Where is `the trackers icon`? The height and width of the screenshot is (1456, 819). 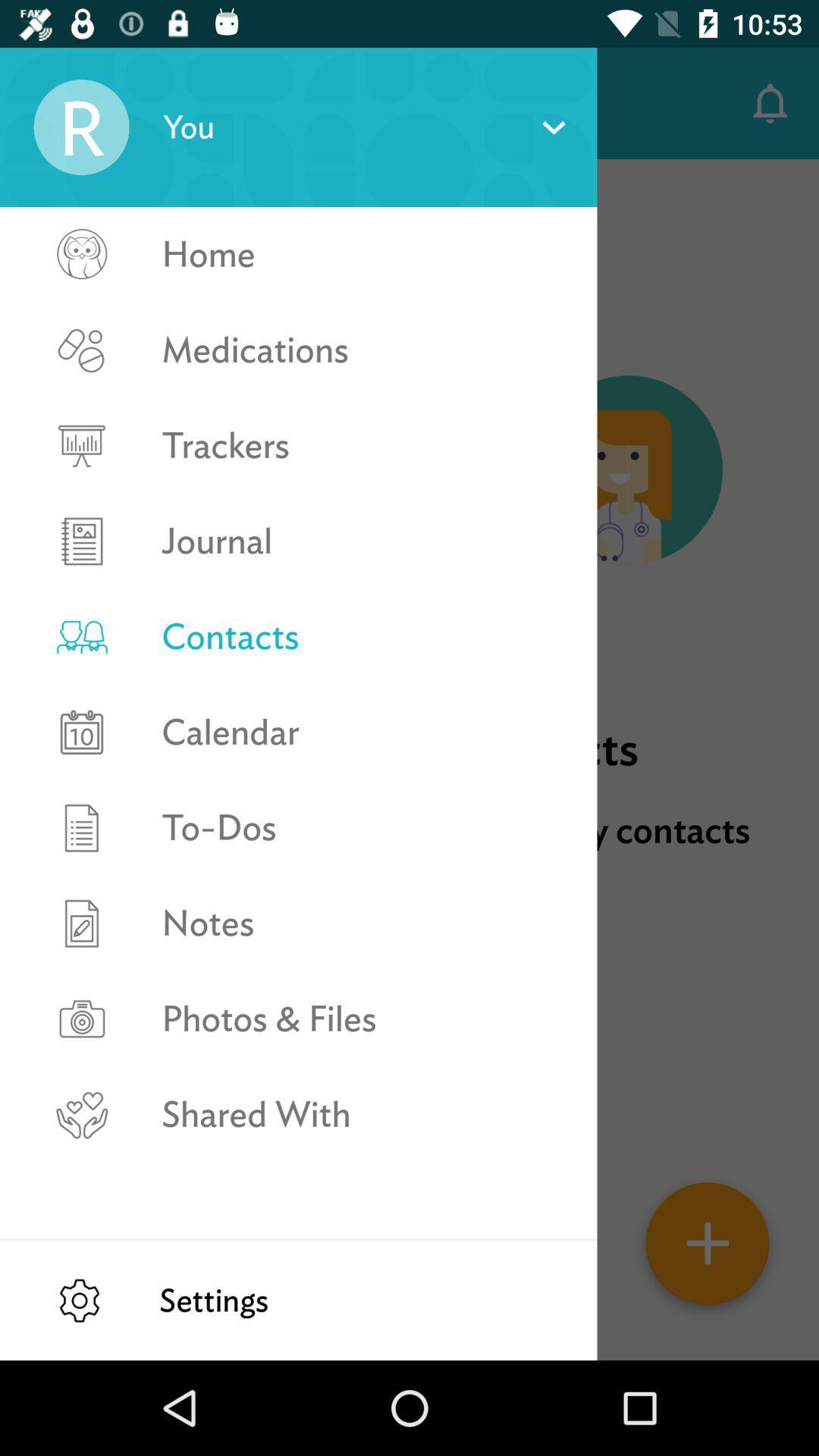 the trackers icon is located at coordinates (363, 444).